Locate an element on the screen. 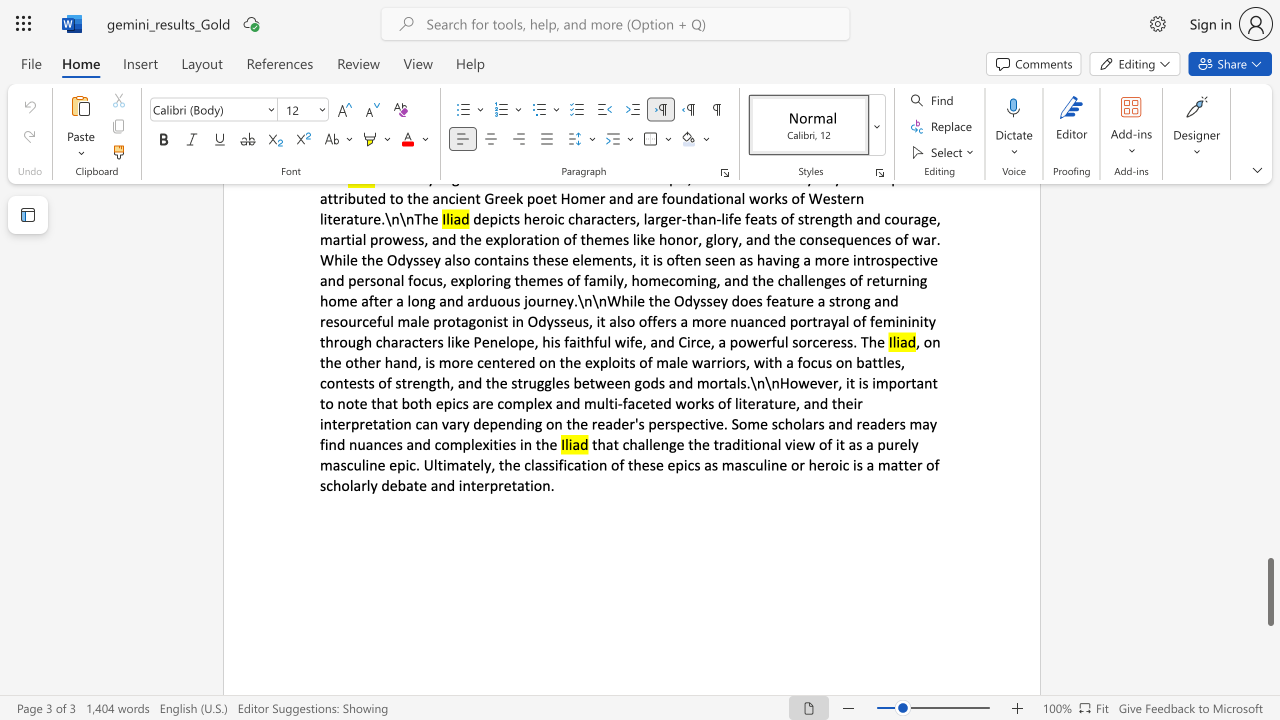 The height and width of the screenshot is (720, 1280). the scrollbar to move the view up is located at coordinates (1269, 348).